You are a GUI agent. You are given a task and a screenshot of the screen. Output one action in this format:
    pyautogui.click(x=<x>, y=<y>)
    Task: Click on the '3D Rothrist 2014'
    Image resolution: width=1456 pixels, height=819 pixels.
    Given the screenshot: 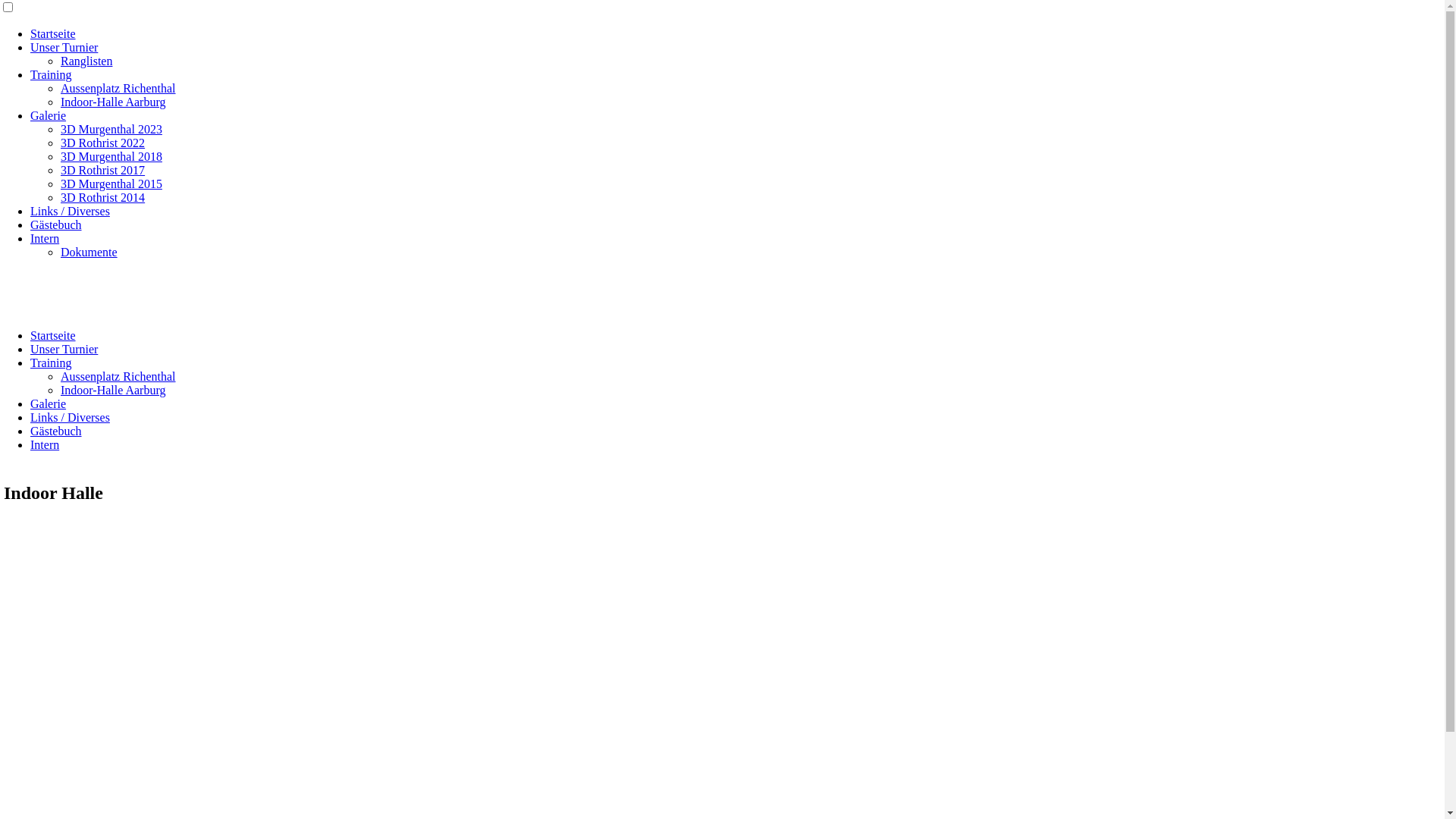 What is the action you would take?
    pyautogui.click(x=61, y=196)
    